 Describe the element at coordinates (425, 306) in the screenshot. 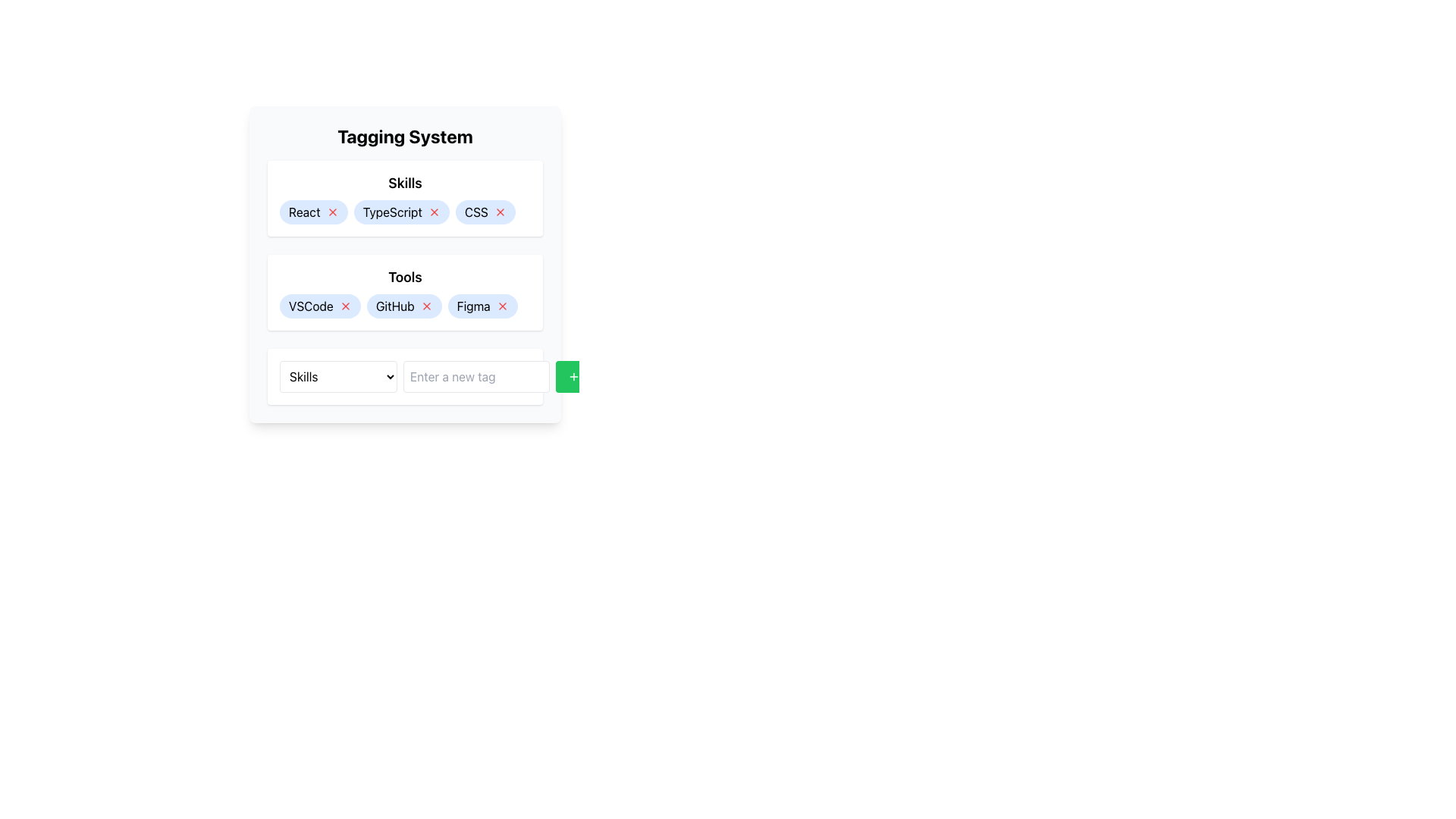

I see `the Close button (icon)` at that location.